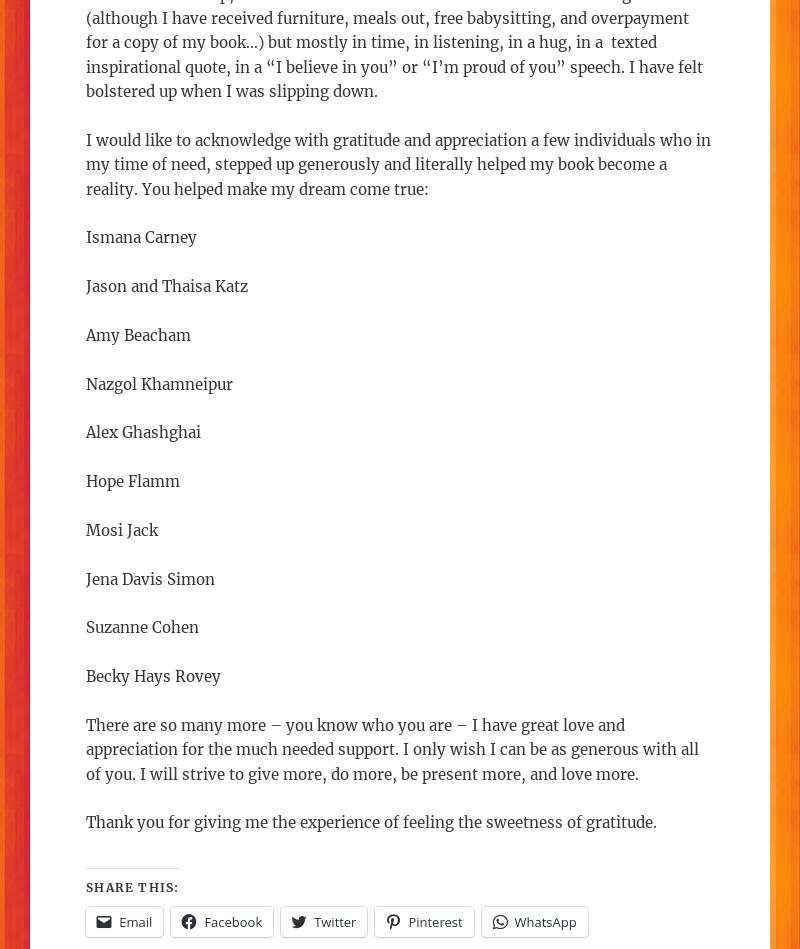 The image size is (800, 949). What do you see at coordinates (131, 885) in the screenshot?
I see `'Share this:'` at bounding box center [131, 885].